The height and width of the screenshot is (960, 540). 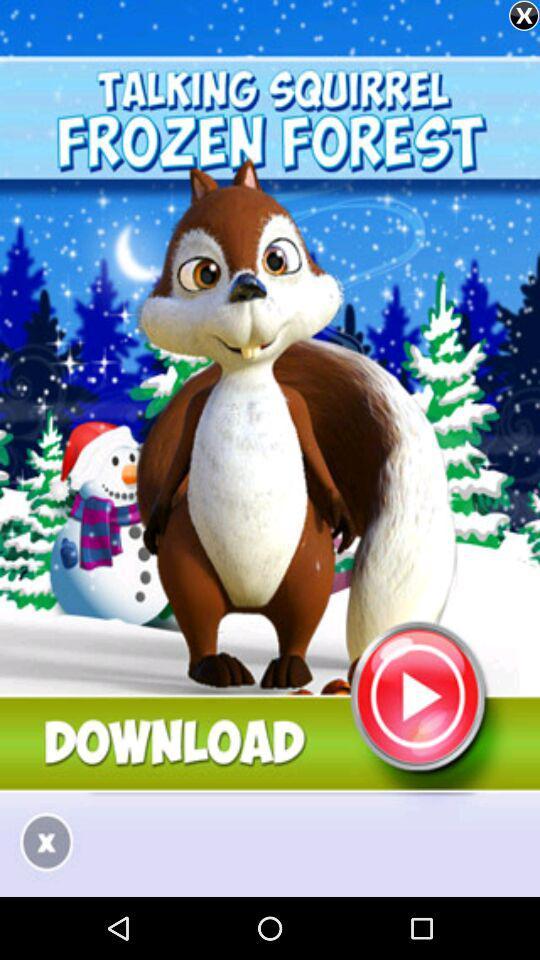 I want to click on the close icon, so click(x=524, y=15).